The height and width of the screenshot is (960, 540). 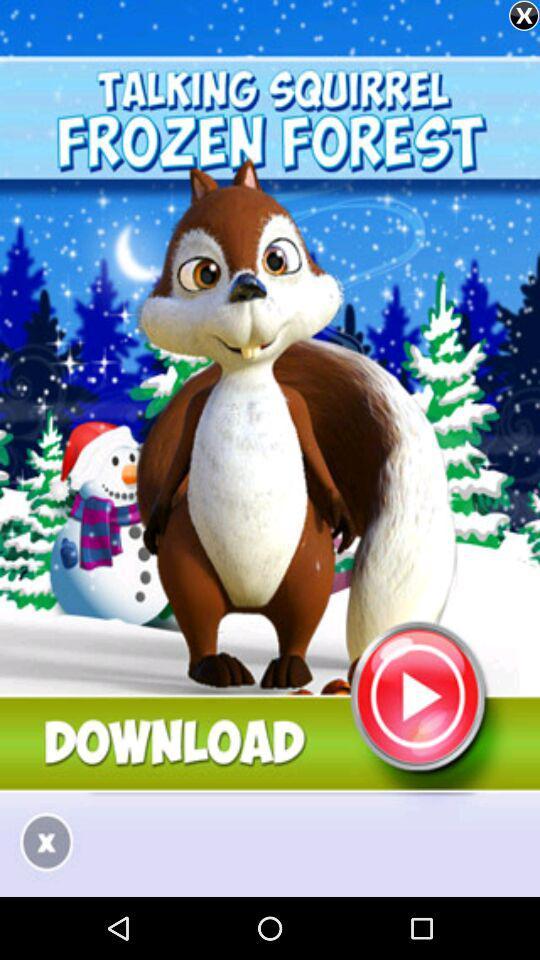 I want to click on the close icon, so click(x=524, y=15).